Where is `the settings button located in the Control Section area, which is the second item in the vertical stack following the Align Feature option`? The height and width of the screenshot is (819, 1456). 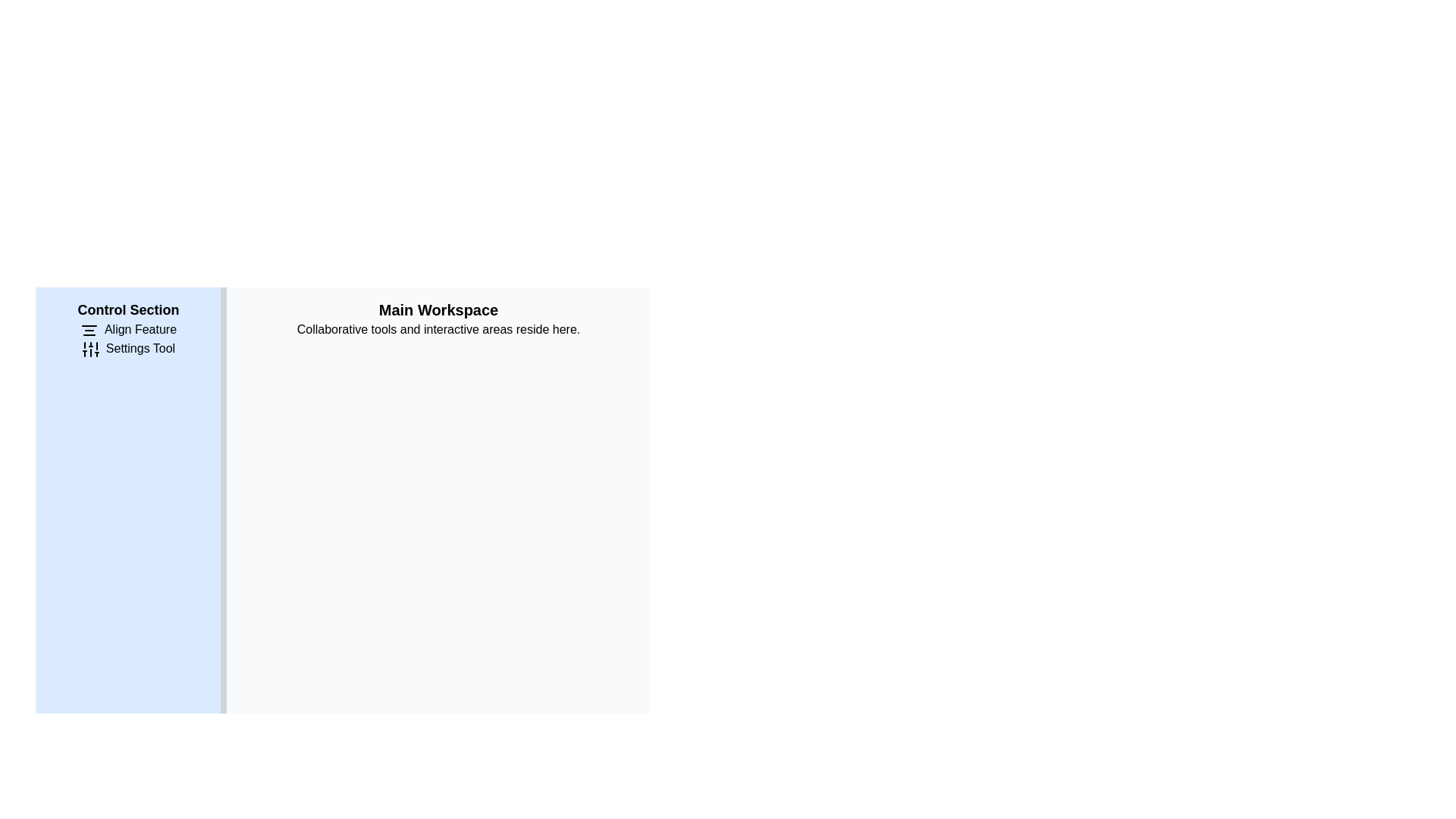
the settings button located in the Control Section area, which is the second item in the vertical stack following the Align Feature option is located at coordinates (128, 349).